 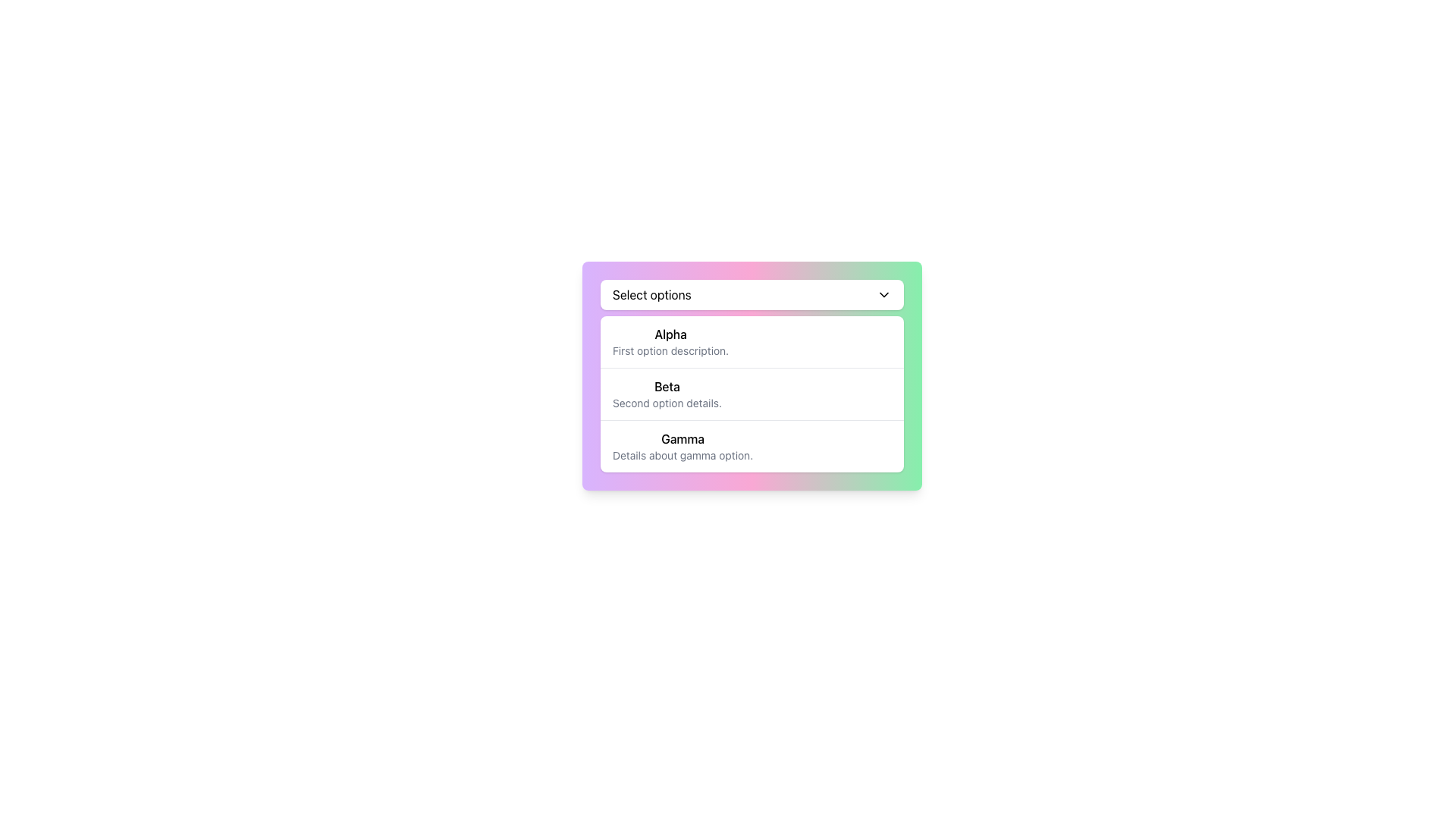 I want to click on the middle selectable menu option labeled 'Beta', so click(x=752, y=375).